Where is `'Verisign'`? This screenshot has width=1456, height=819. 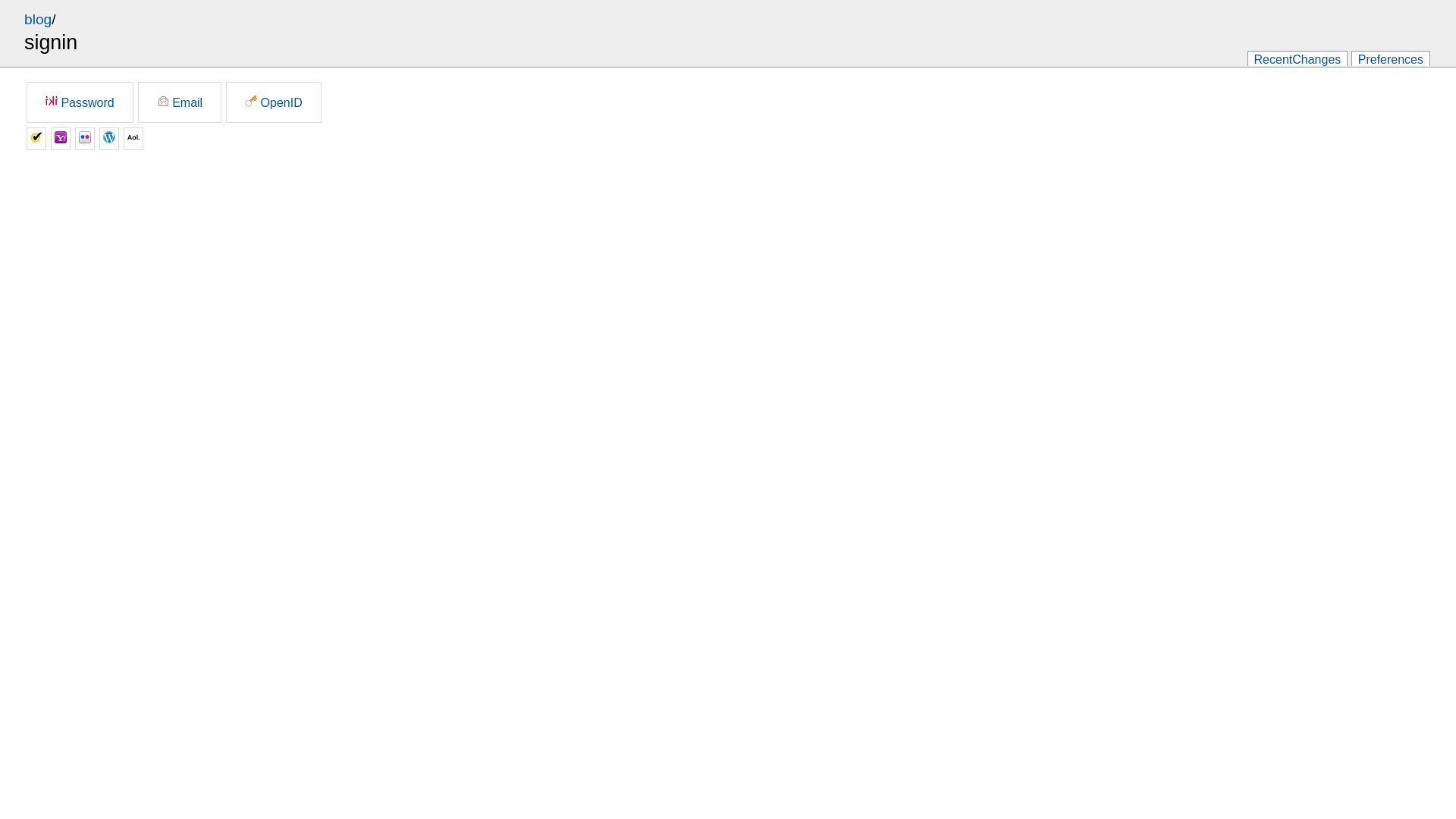 'Verisign' is located at coordinates (26, 138).